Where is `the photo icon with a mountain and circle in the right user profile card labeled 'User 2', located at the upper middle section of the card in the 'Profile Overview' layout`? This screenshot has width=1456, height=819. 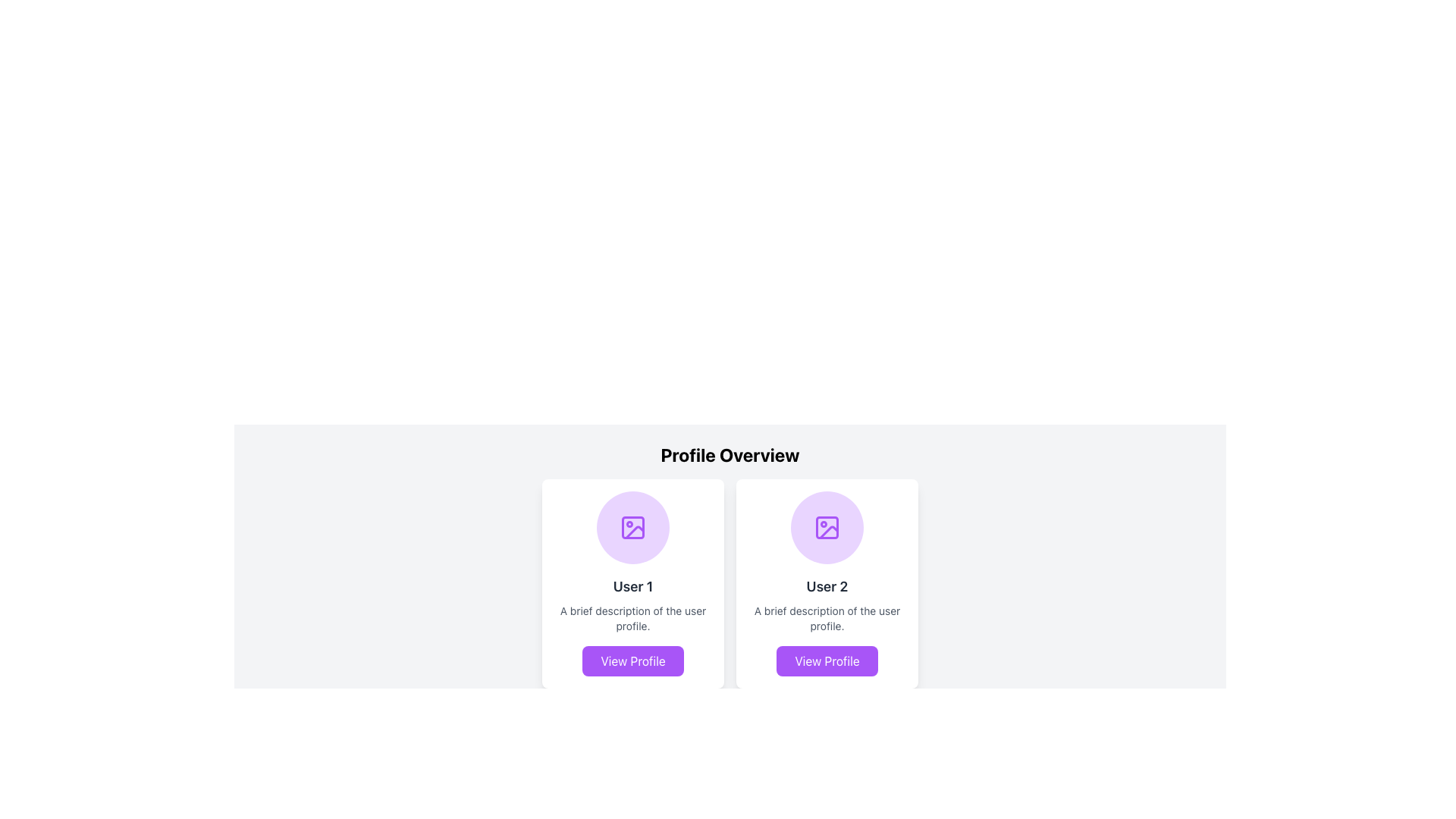 the photo icon with a mountain and circle in the right user profile card labeled 'User 2', located at the upper middle section of the card in the 'Profile Overview' layout is located at coordinates (826, 526).